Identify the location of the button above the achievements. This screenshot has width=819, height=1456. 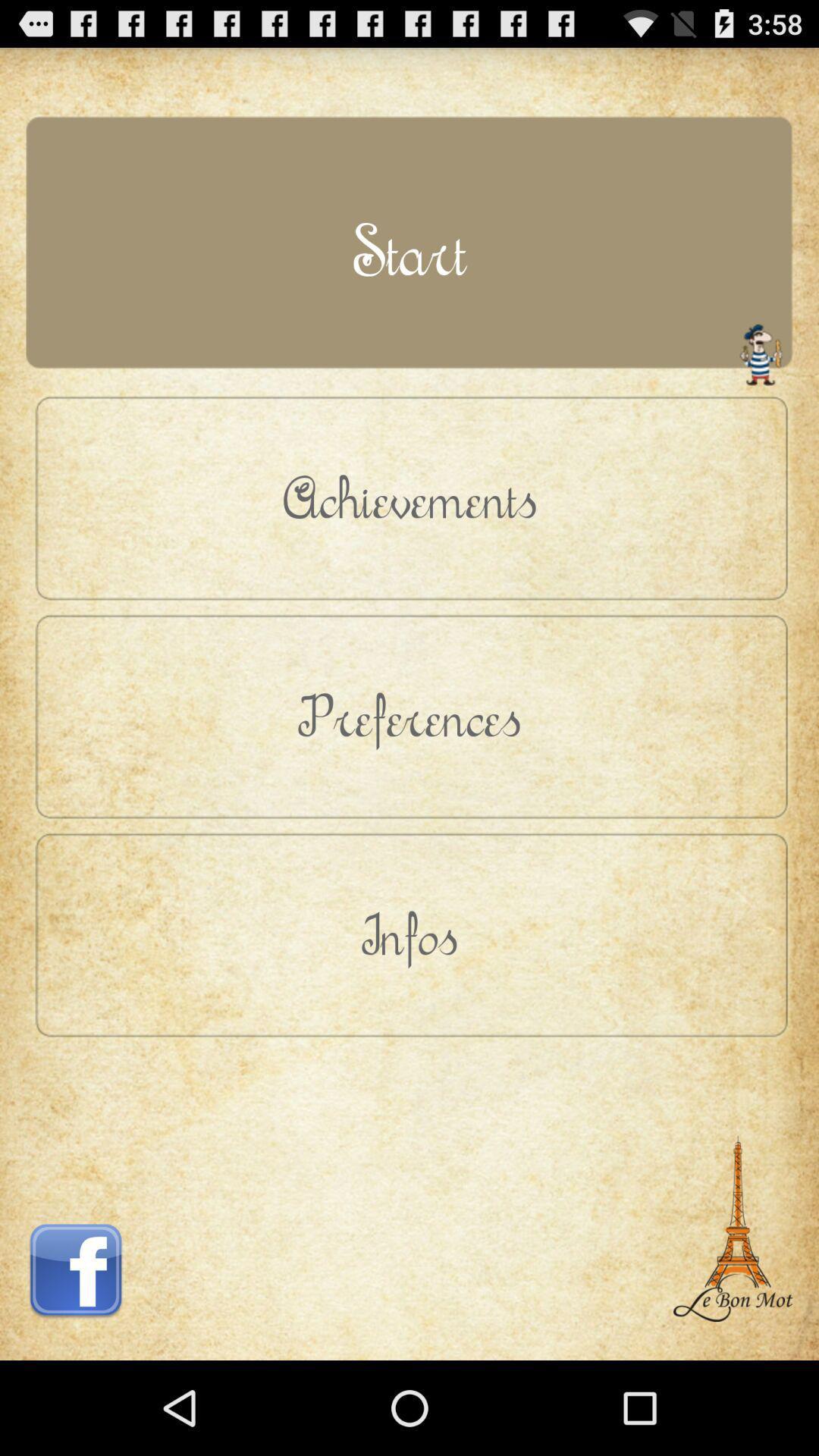
(409, 250).